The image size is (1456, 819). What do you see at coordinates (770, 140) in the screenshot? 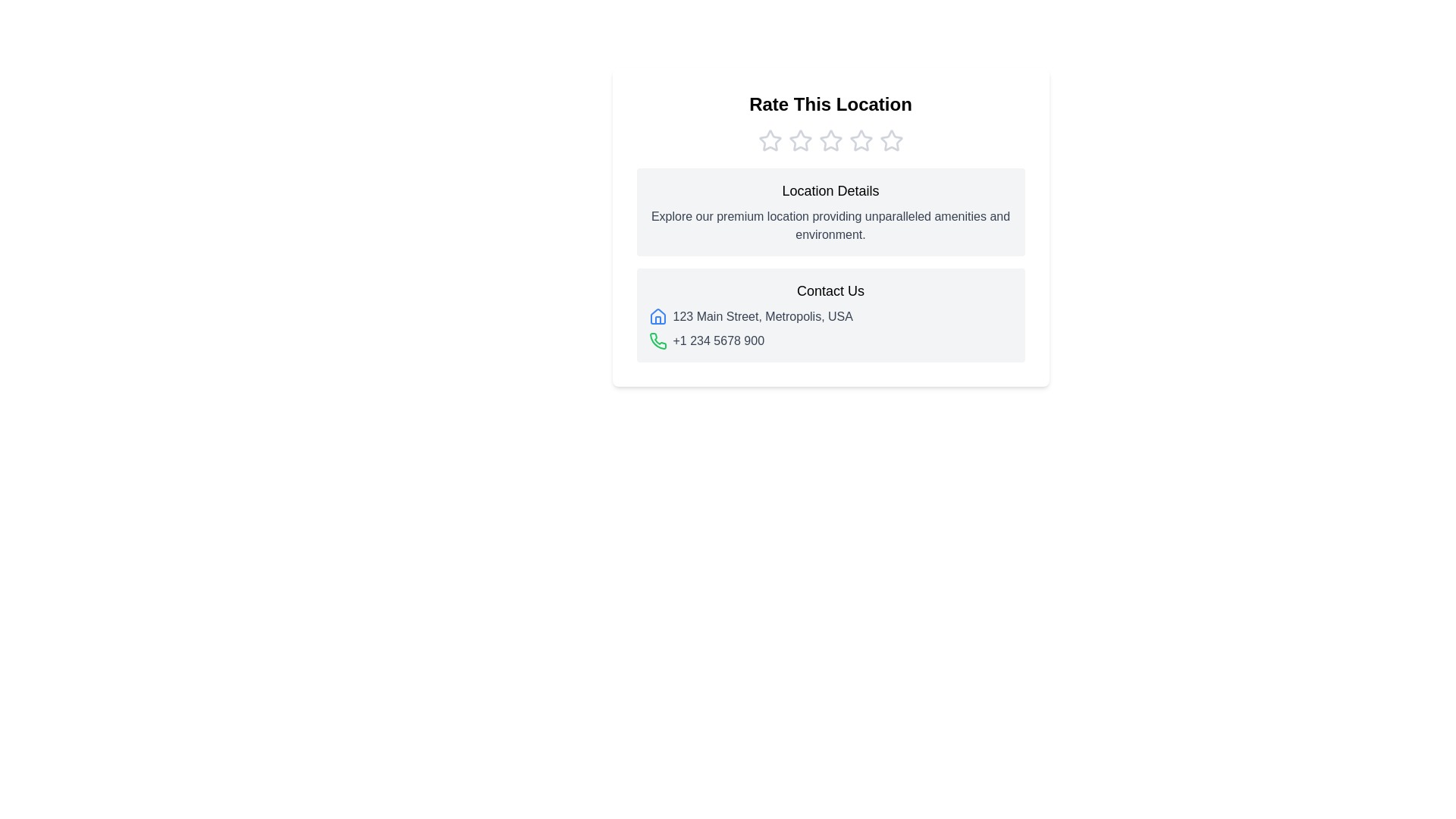
I see `the leftmost star icon in the rating section` at bounding box center [770, 140].